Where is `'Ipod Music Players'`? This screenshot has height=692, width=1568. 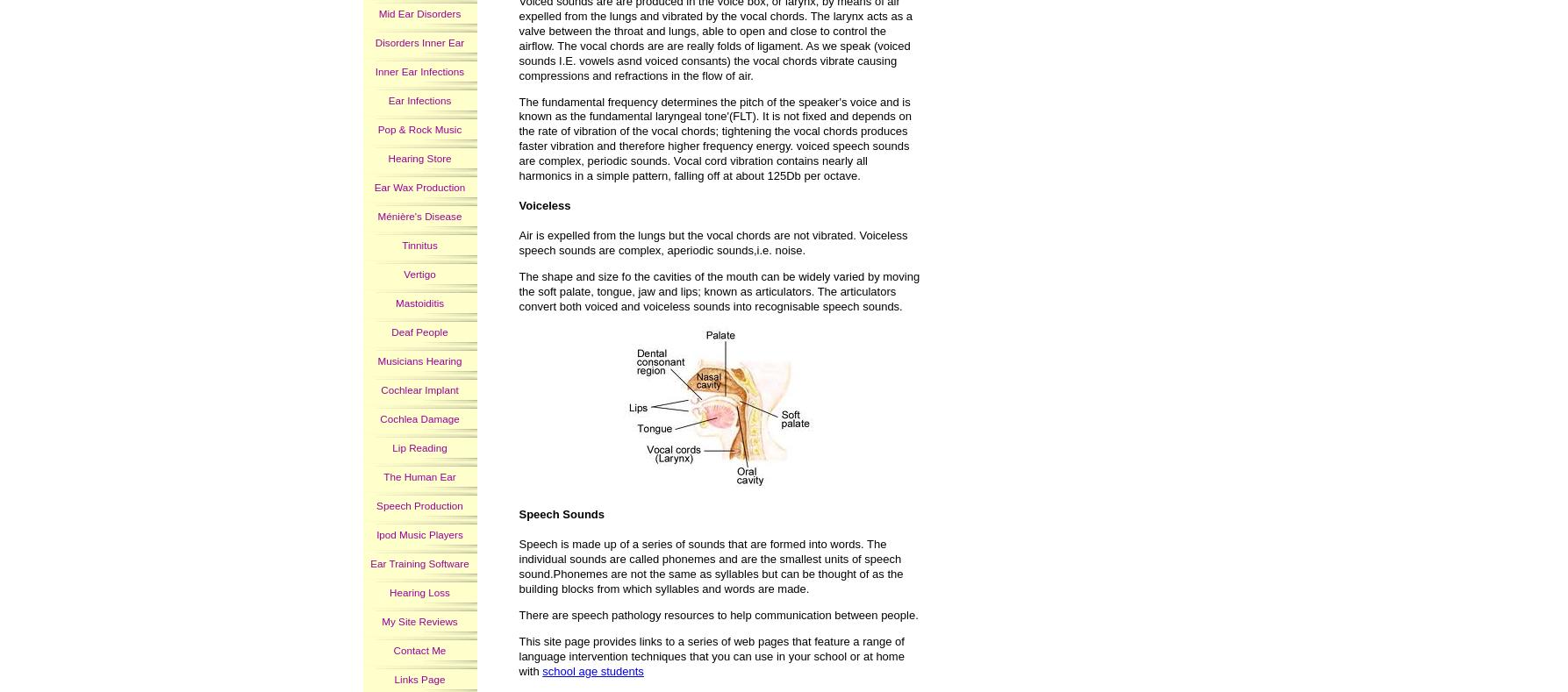 'Ipod Music Players' is located at coordinates (376, 533).